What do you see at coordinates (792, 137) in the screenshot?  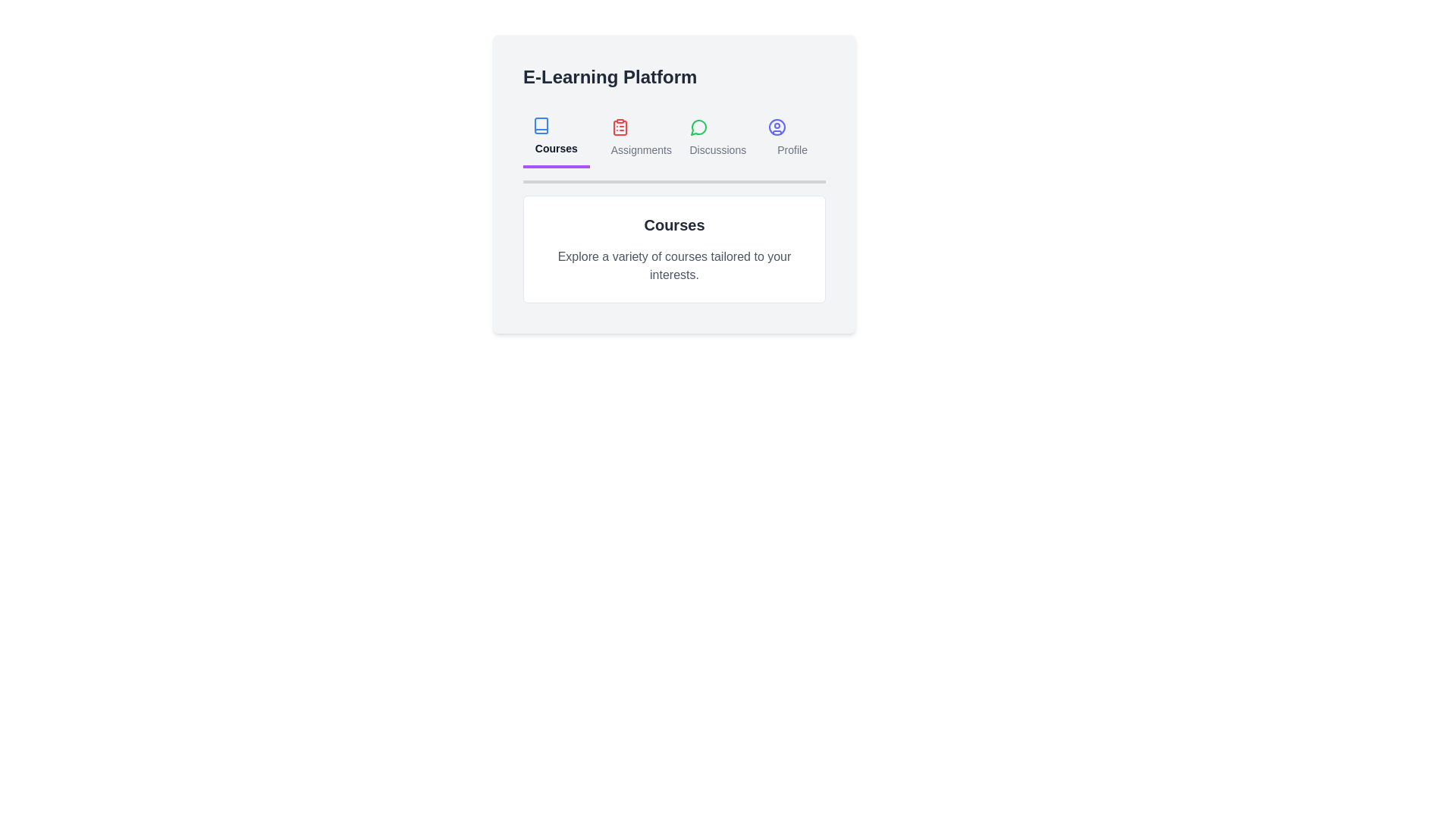 I see `the Profile tab to view its content` at bounding box center [792, 137].